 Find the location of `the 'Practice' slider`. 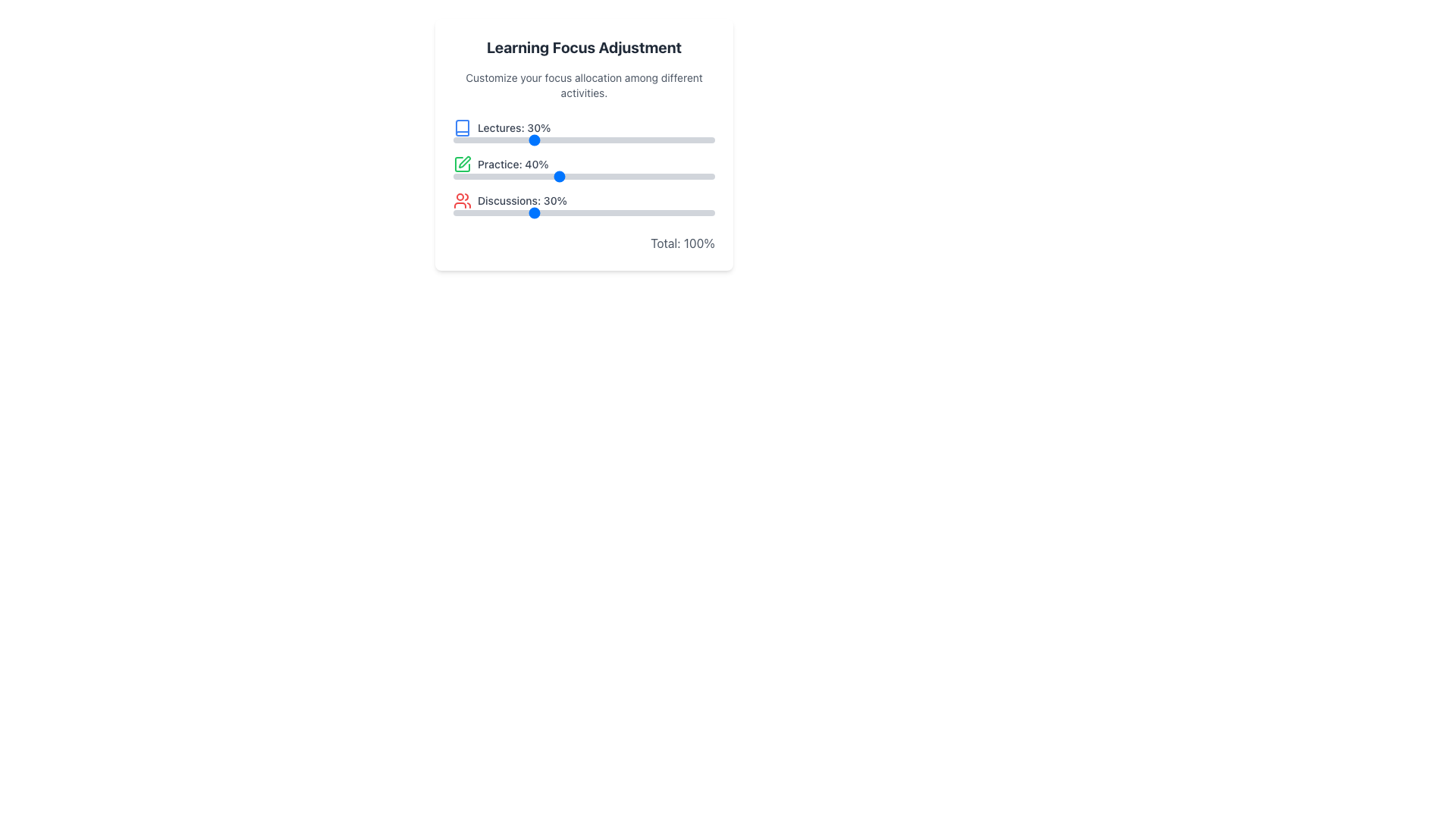

the 'Practice' slider is located at coordinates (620, 175).